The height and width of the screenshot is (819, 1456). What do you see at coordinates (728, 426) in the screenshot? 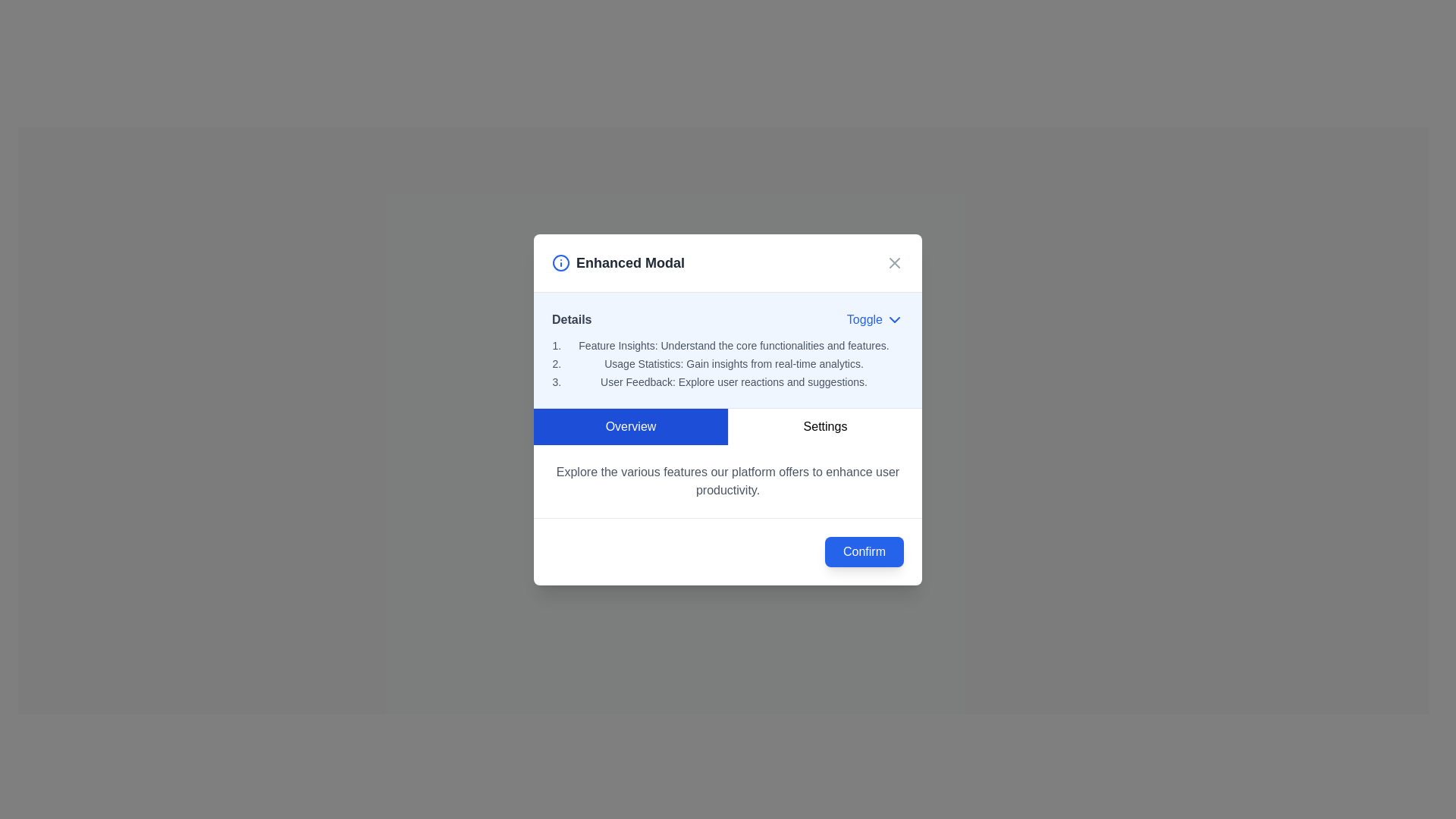
I see `the Tab switcher` at bounding box center [728, 426].